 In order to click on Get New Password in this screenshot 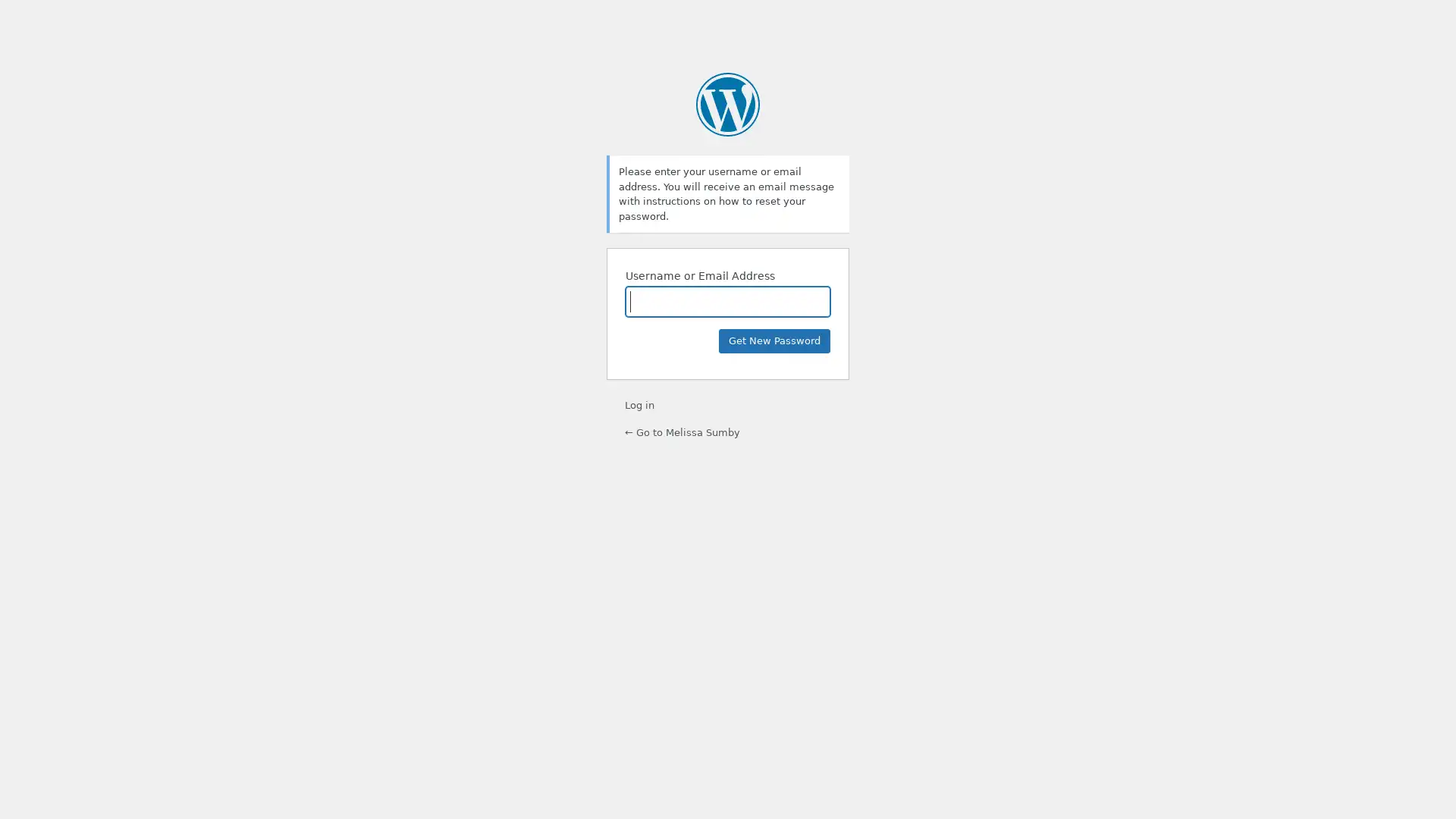, I will do `click(774, 341)`.